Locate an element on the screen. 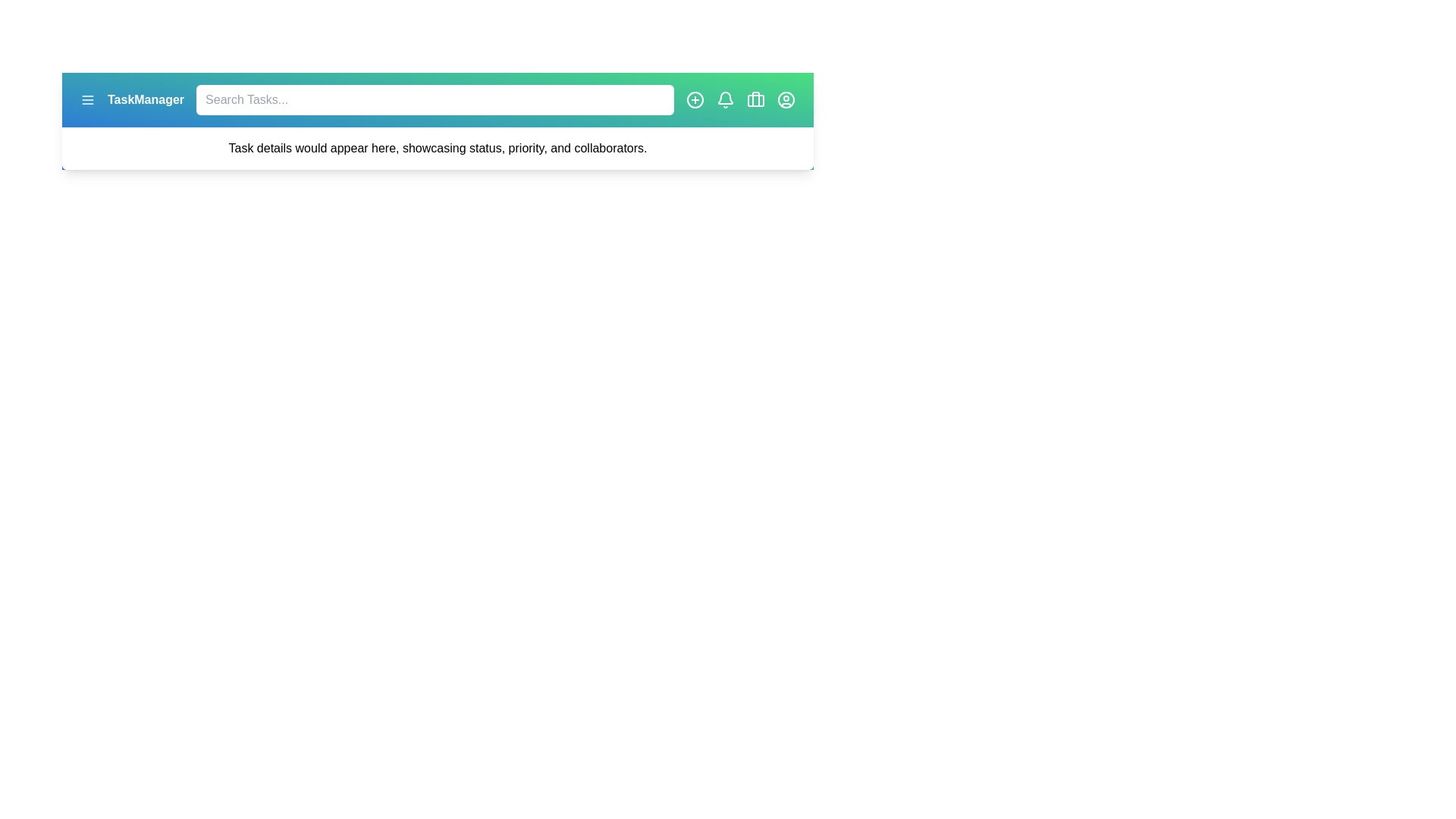  the navigation menu icon to open the menu is located at coordinates (86, 99).